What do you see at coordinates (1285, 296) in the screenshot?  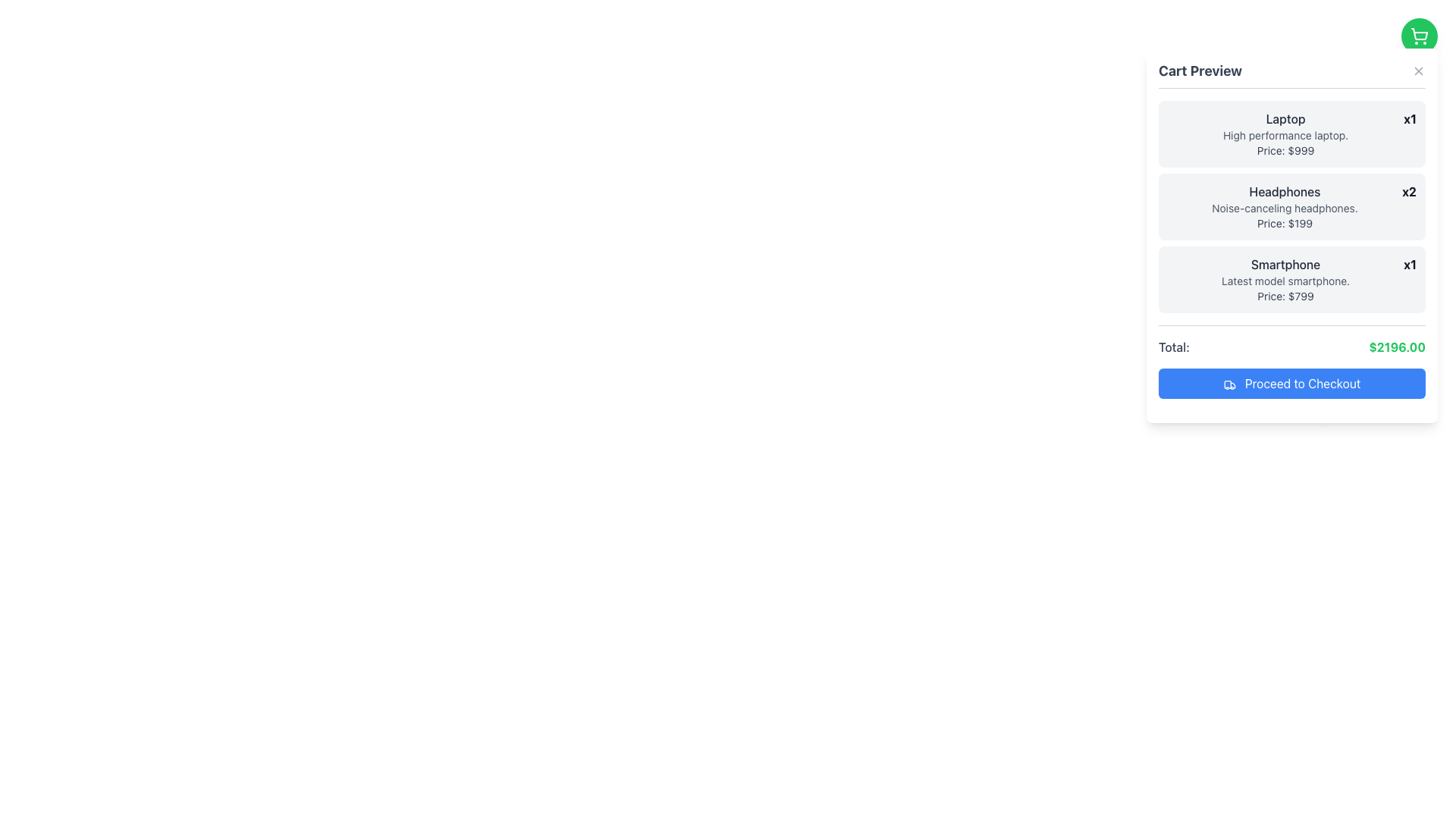 I see `the text label displaying 'Price: $799' located in the 'Cart Preview' section beneath the smartphone description` at bounding box center [1285, 296].